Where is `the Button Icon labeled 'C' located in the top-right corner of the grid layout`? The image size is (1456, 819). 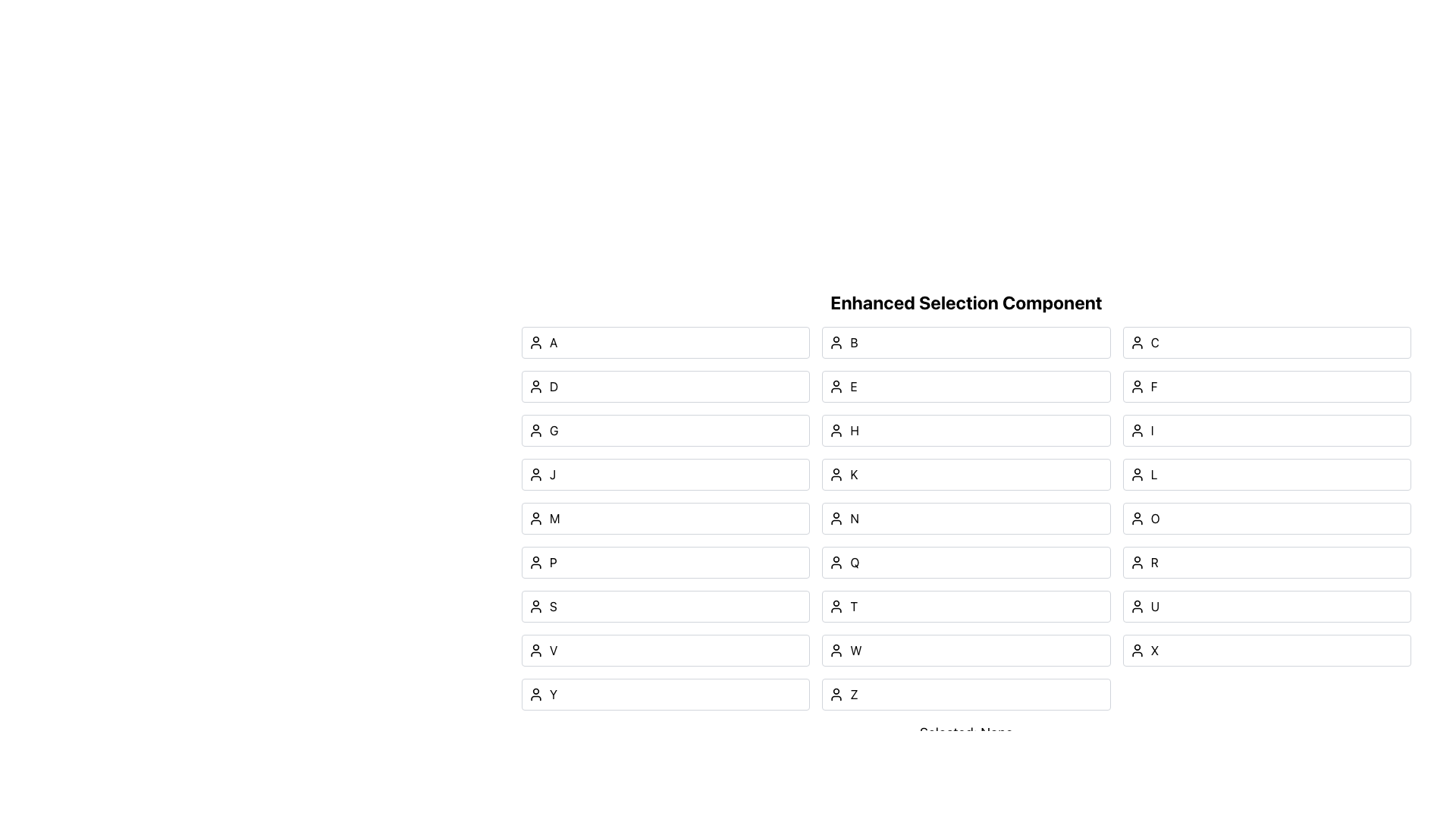
the Button Icon labeled 'C' located in the top-right corner of the grid layout is located at coordinates (1137, 342).